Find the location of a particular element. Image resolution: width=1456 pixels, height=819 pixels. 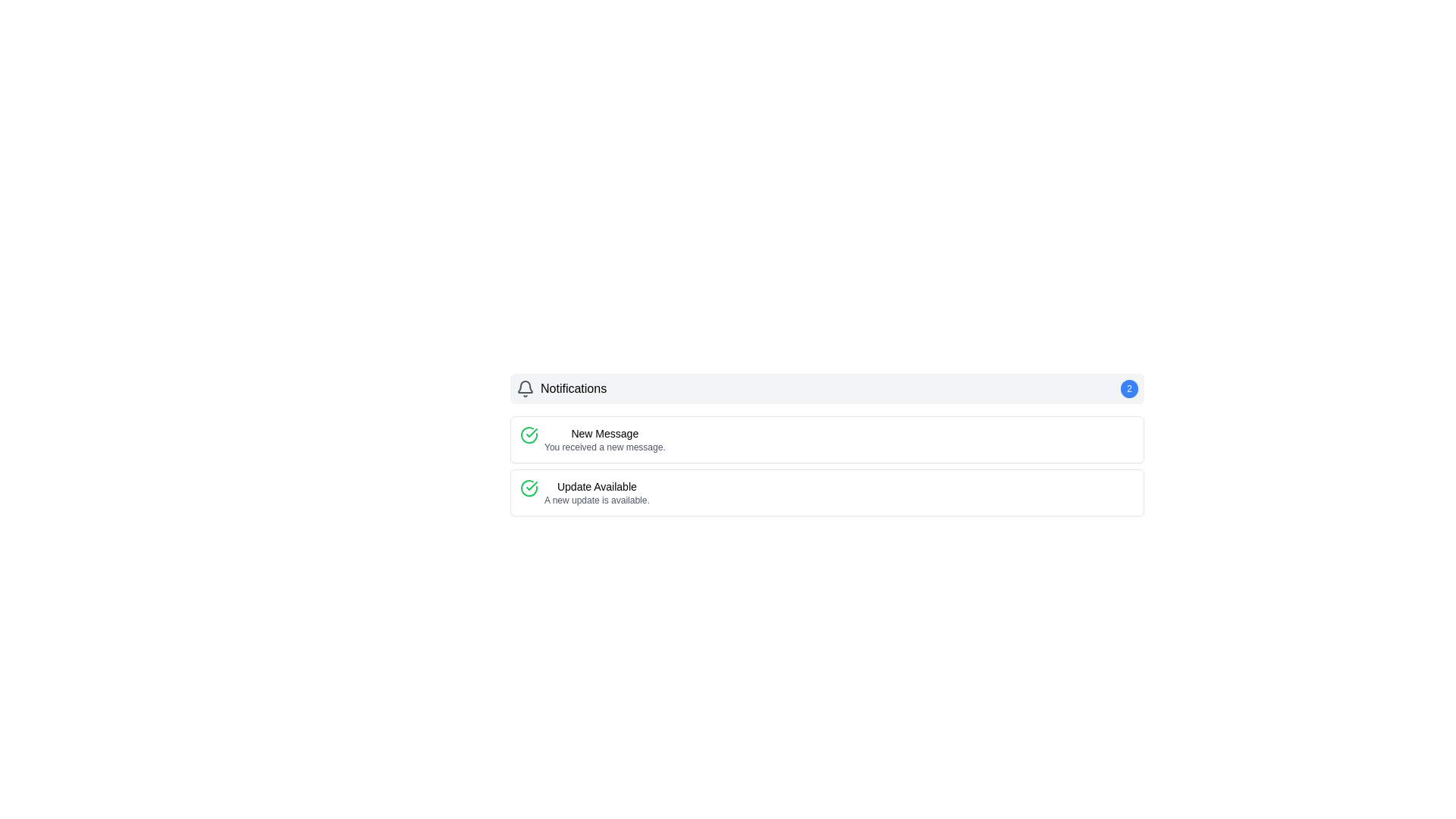

the notification message text block that informs users about the availability of an update, located on the second row of notification cards is located at coordinates (596, 493).